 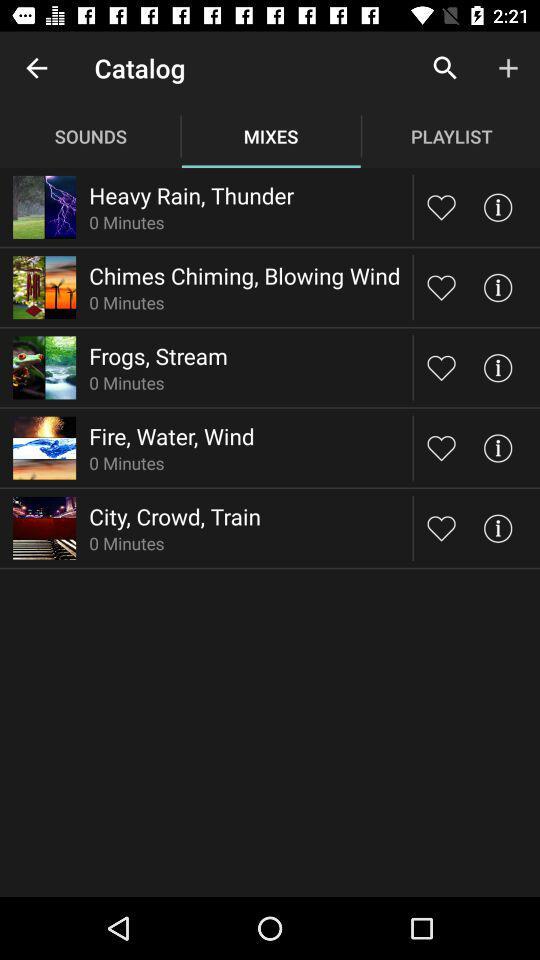 What do you see at coordinates (496, 207) in the screenshot?
I see `information` at bounding box center [496, 207].